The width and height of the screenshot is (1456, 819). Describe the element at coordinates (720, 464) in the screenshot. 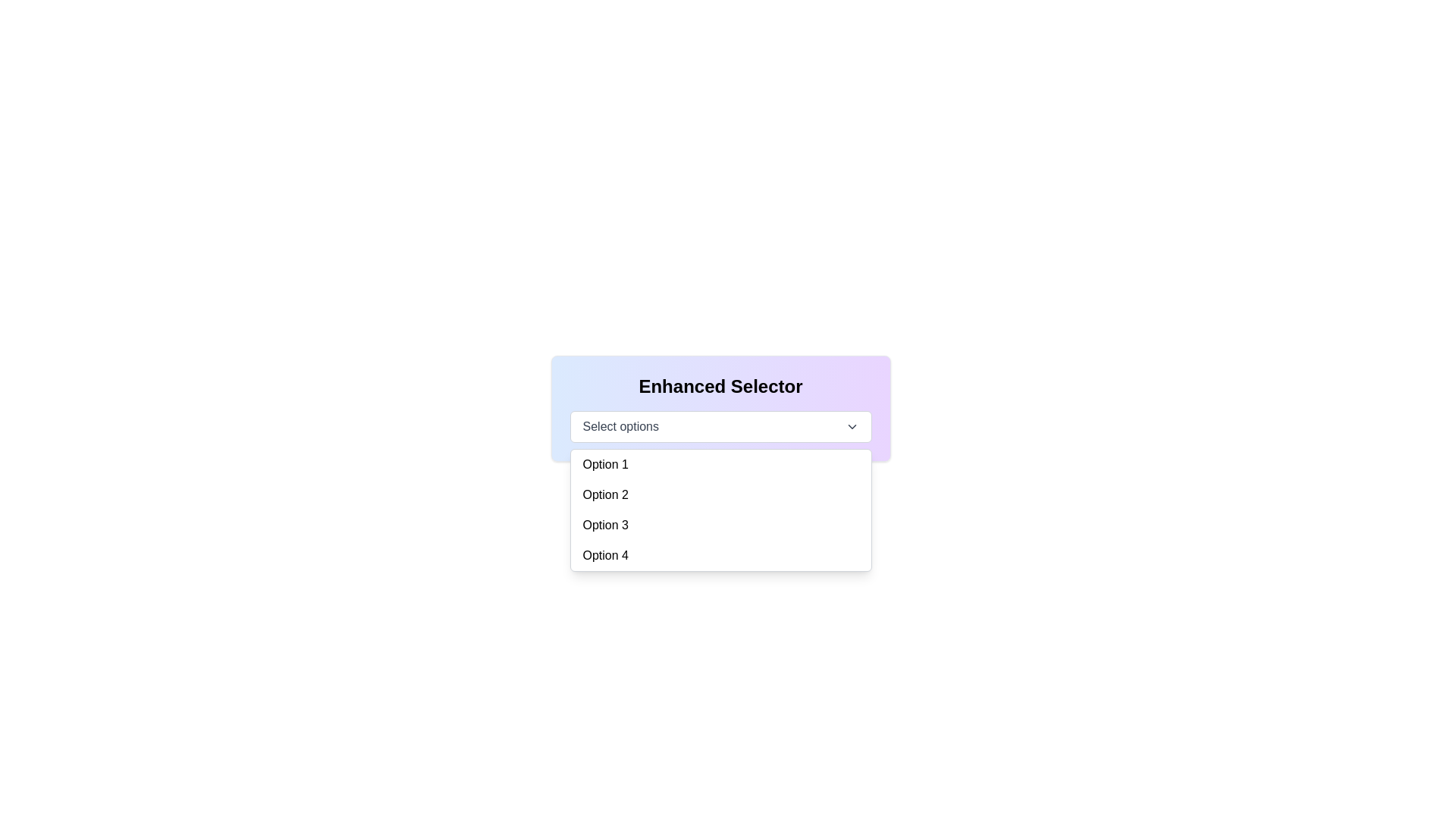

I see `the first selectable option in the 'Enhanced Selector' dropdown menu` at that location.